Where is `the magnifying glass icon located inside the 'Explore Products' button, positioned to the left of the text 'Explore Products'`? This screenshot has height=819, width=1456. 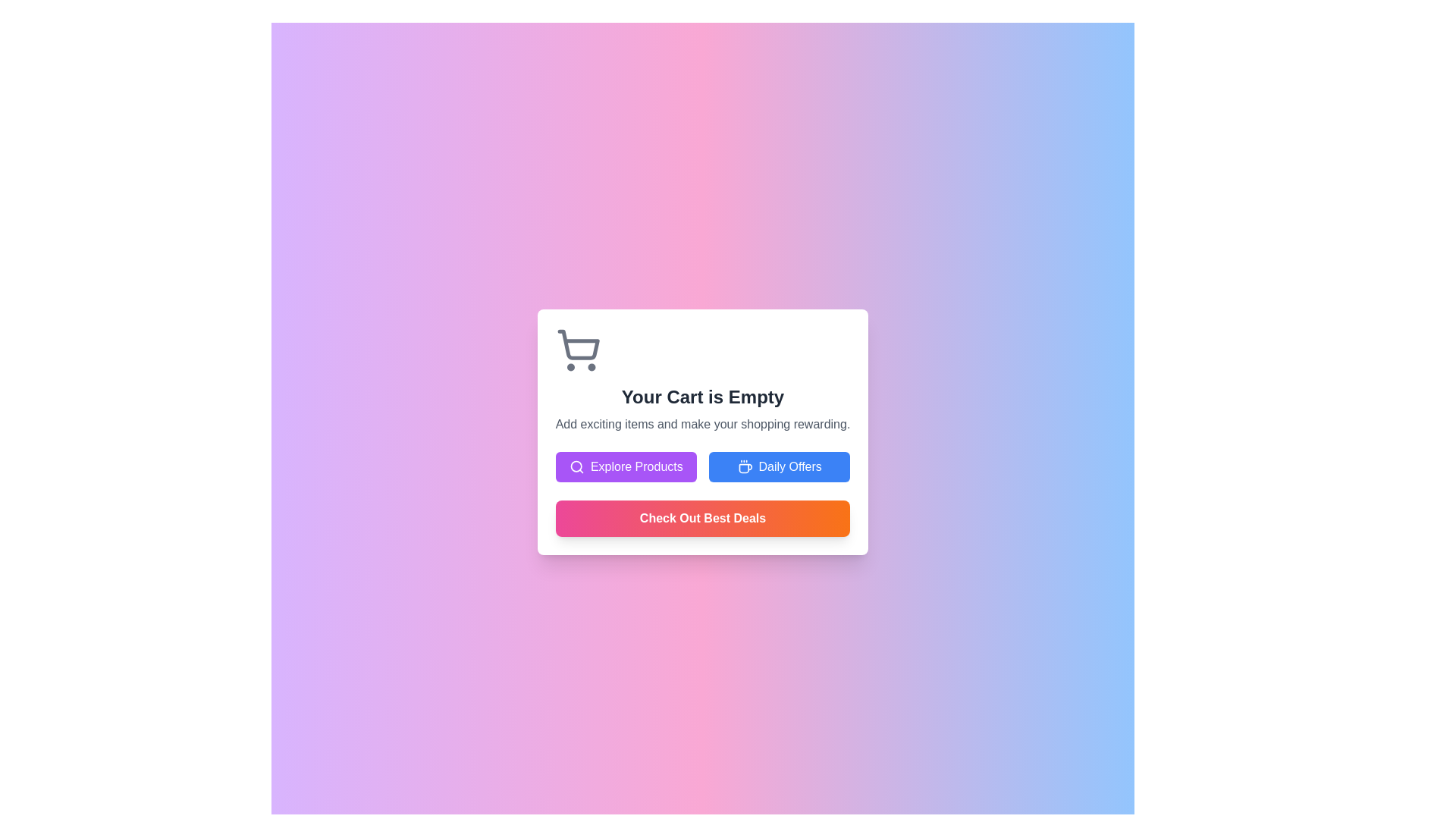
the magnifying glass icon located inside the 'Explore Products' button, positioned to the left of the text 'Explore Products' is located at coordinates (576, 466).